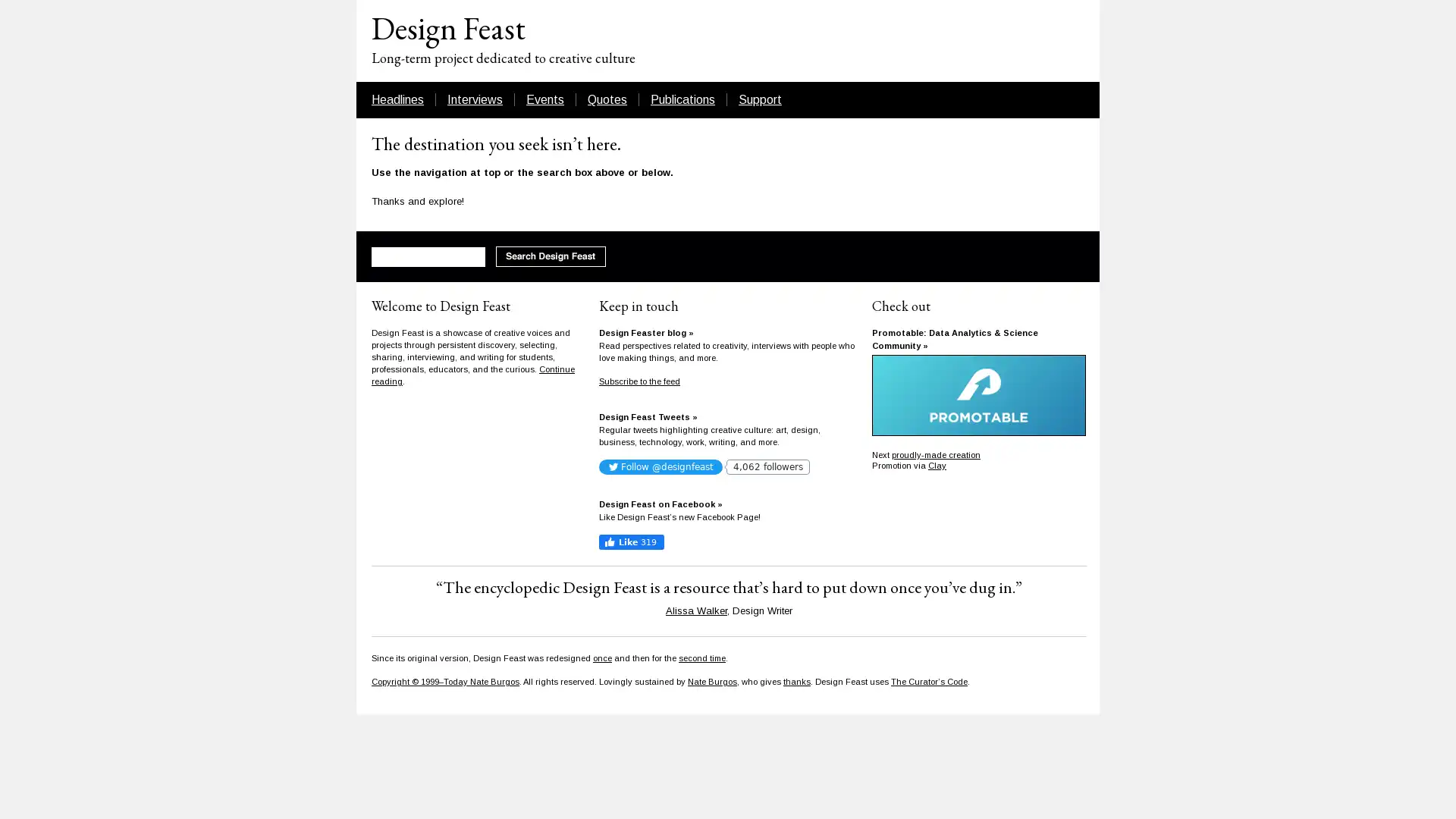  Describe the element at coordinates (550, 256) in the screenshot. I see `Search Design Feast` at that location.